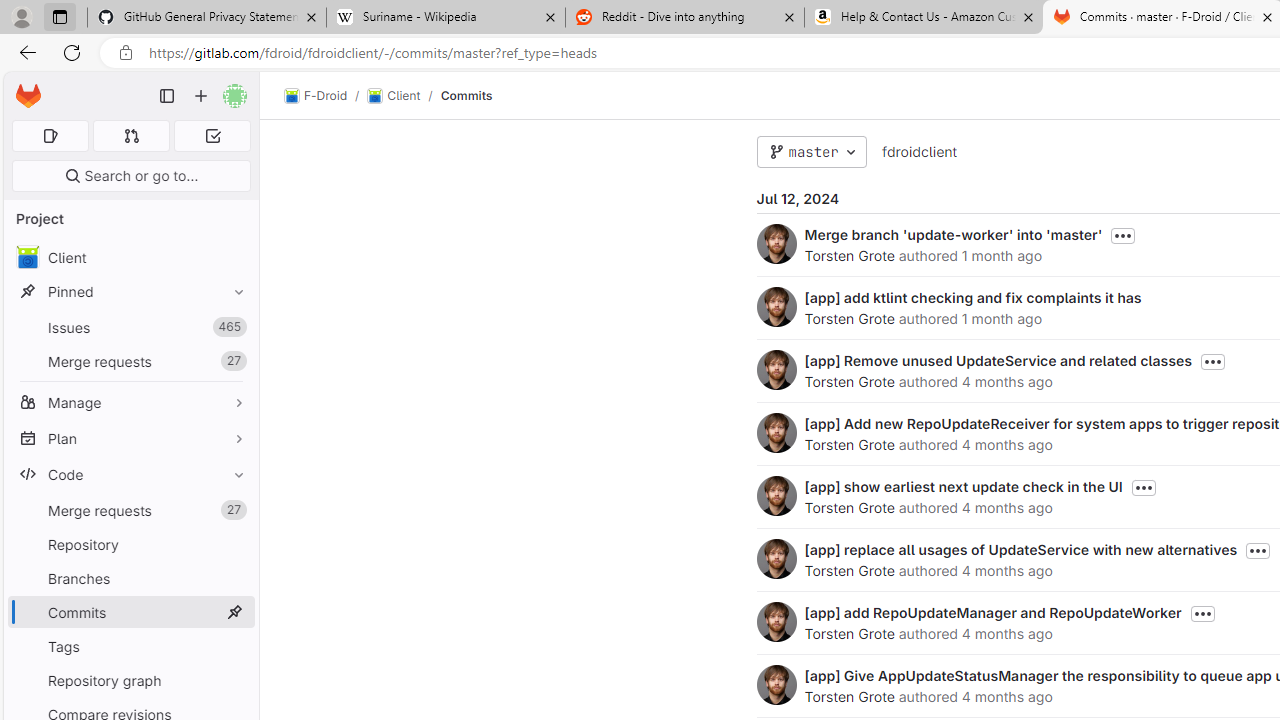 This screenshot has height=720, width=1280. I want to click on 'Branches', so click(130, 578).